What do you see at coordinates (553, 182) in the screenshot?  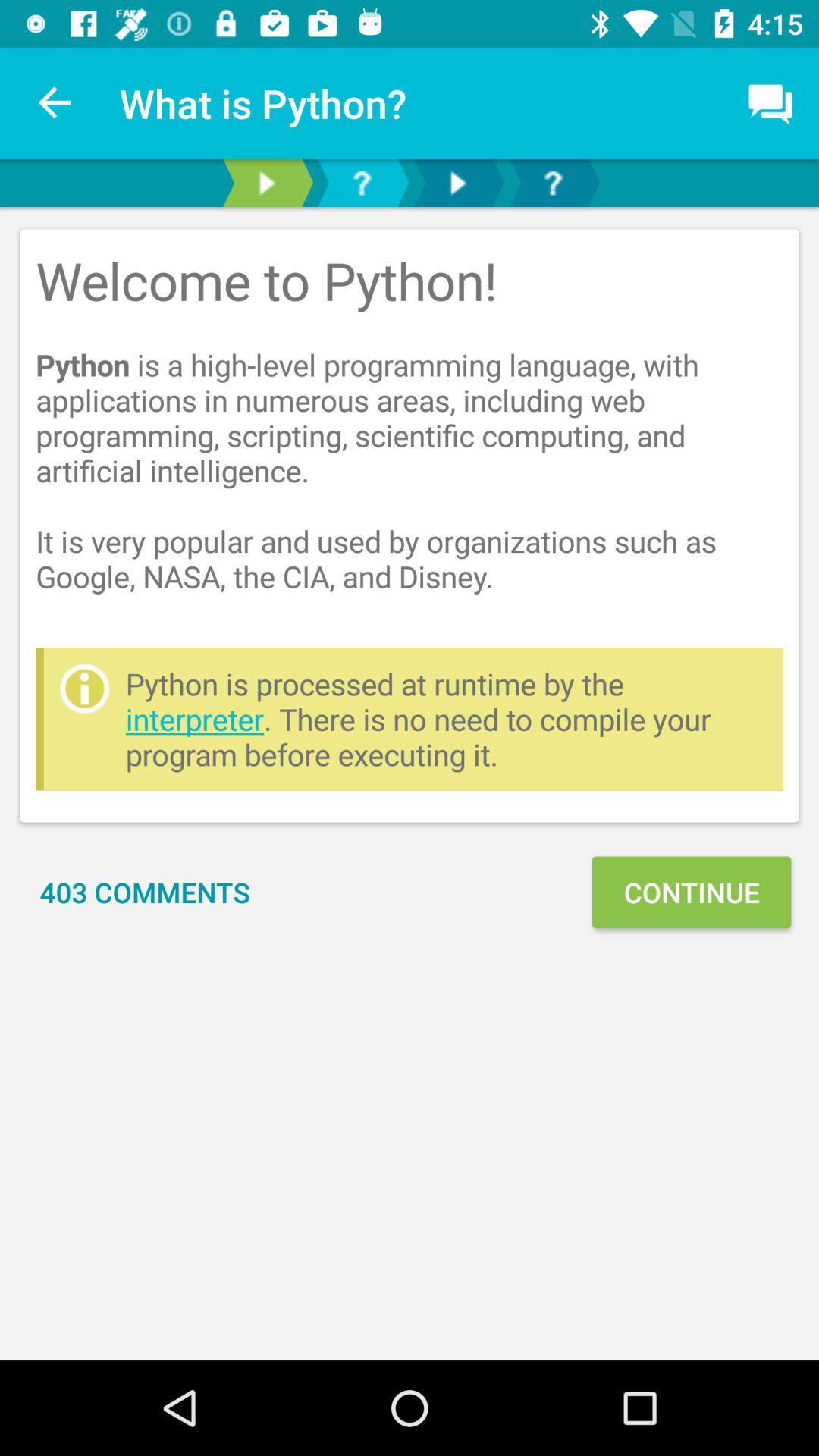 I see `see for help` at bounding box center [553, 182].